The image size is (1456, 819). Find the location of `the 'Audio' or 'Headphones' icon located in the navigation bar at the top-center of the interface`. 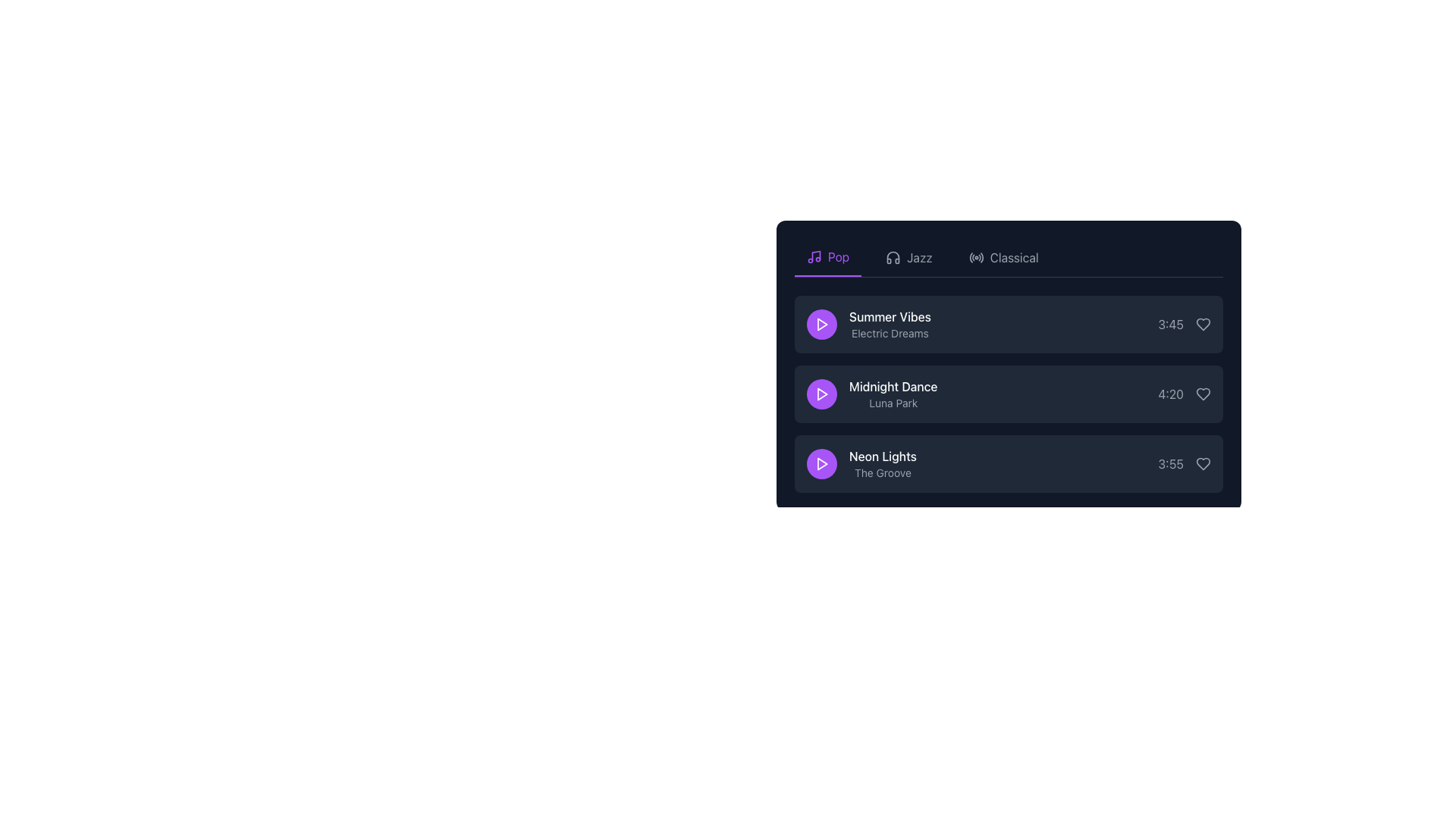

the 'Audio' or 'Headphones' icon located in the navigation bar at the top-center of the interface is located at coordinates (893, 256).